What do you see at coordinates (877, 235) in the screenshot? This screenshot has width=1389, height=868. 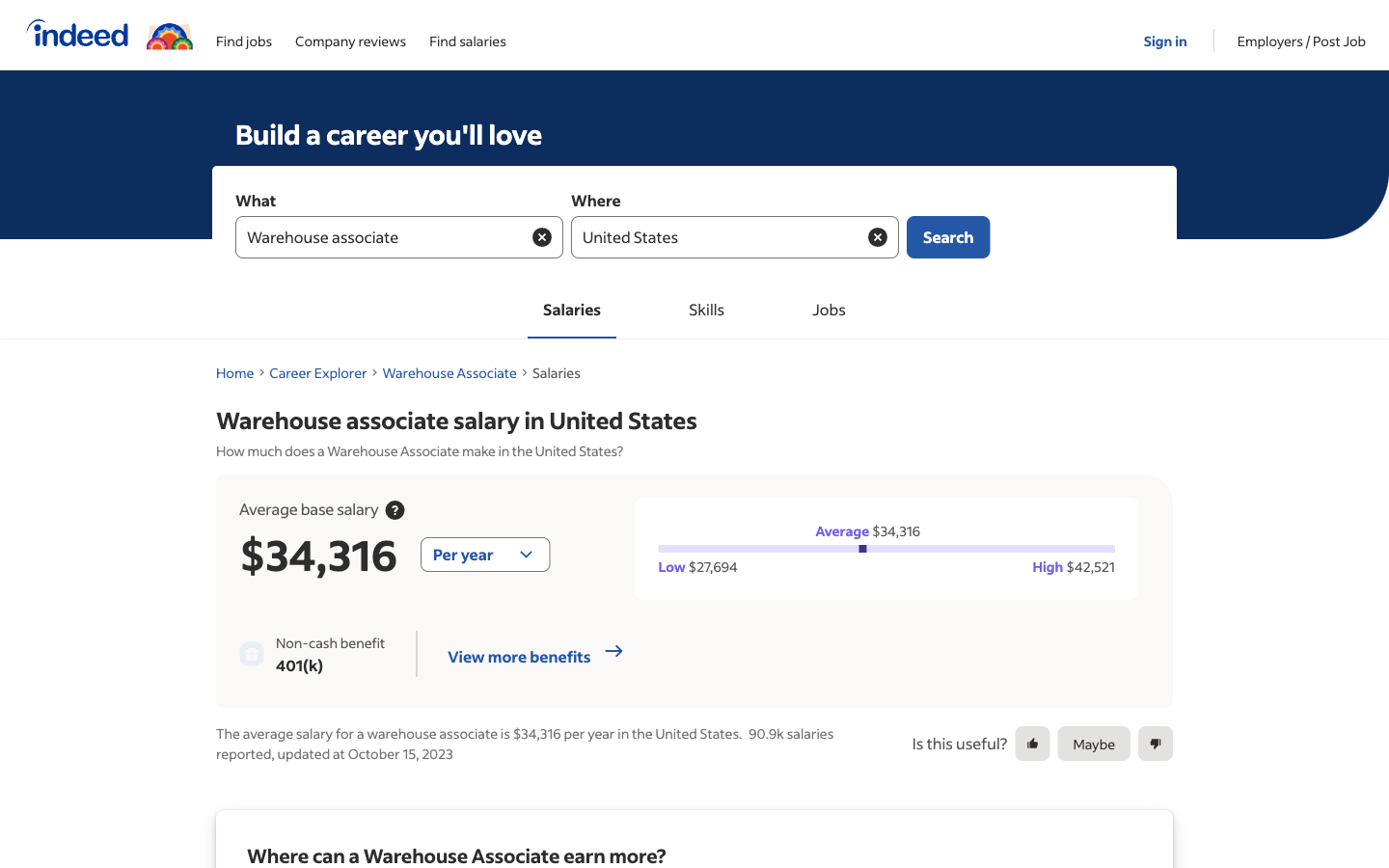 I see `Remove "United States" as the set work location` at bounding box center [877, 235].